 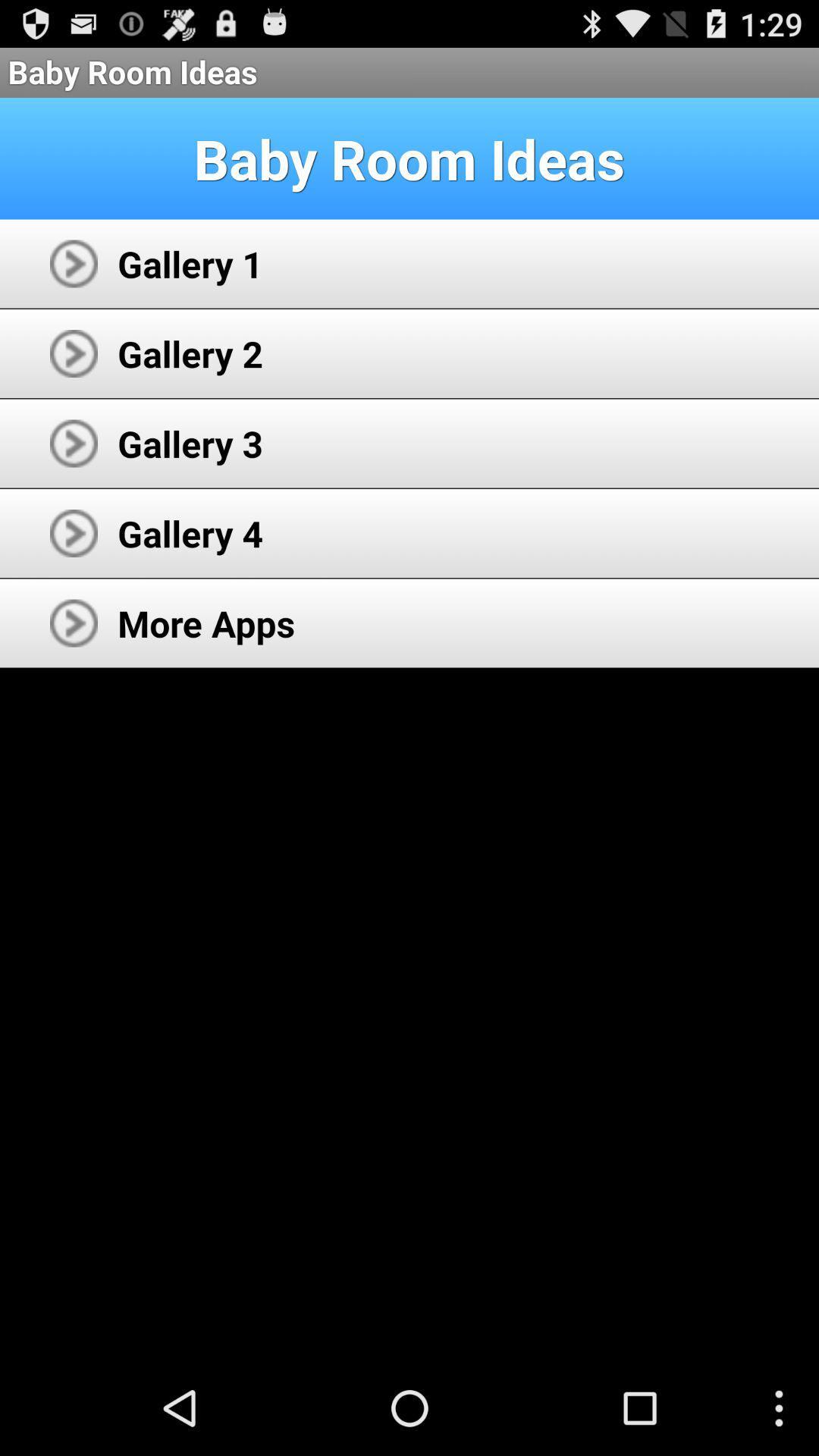 I want to click on app above gallery 4, so click(x=190, y=443).